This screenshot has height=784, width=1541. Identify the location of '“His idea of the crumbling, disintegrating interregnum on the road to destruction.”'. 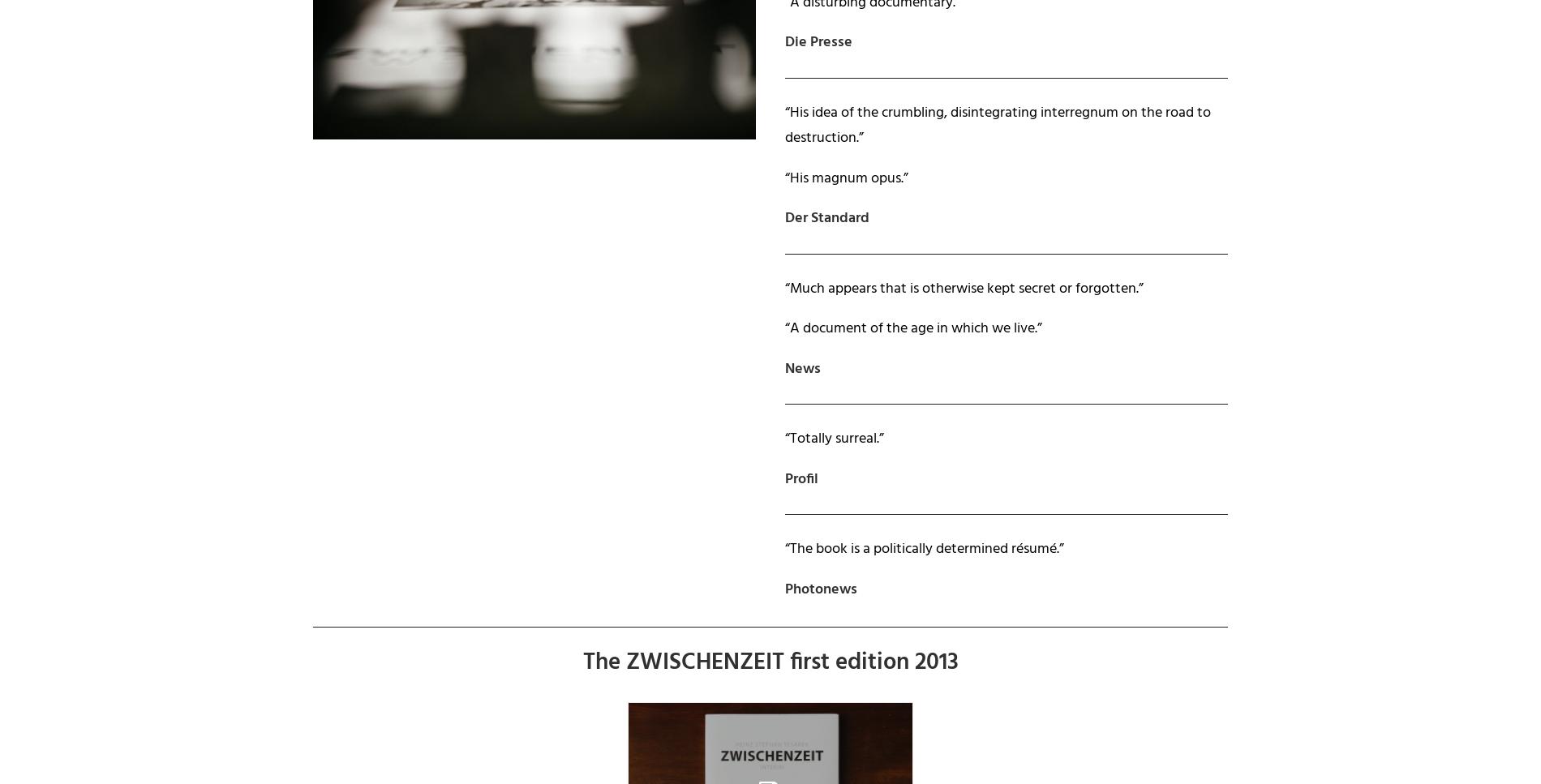
(997, 125).